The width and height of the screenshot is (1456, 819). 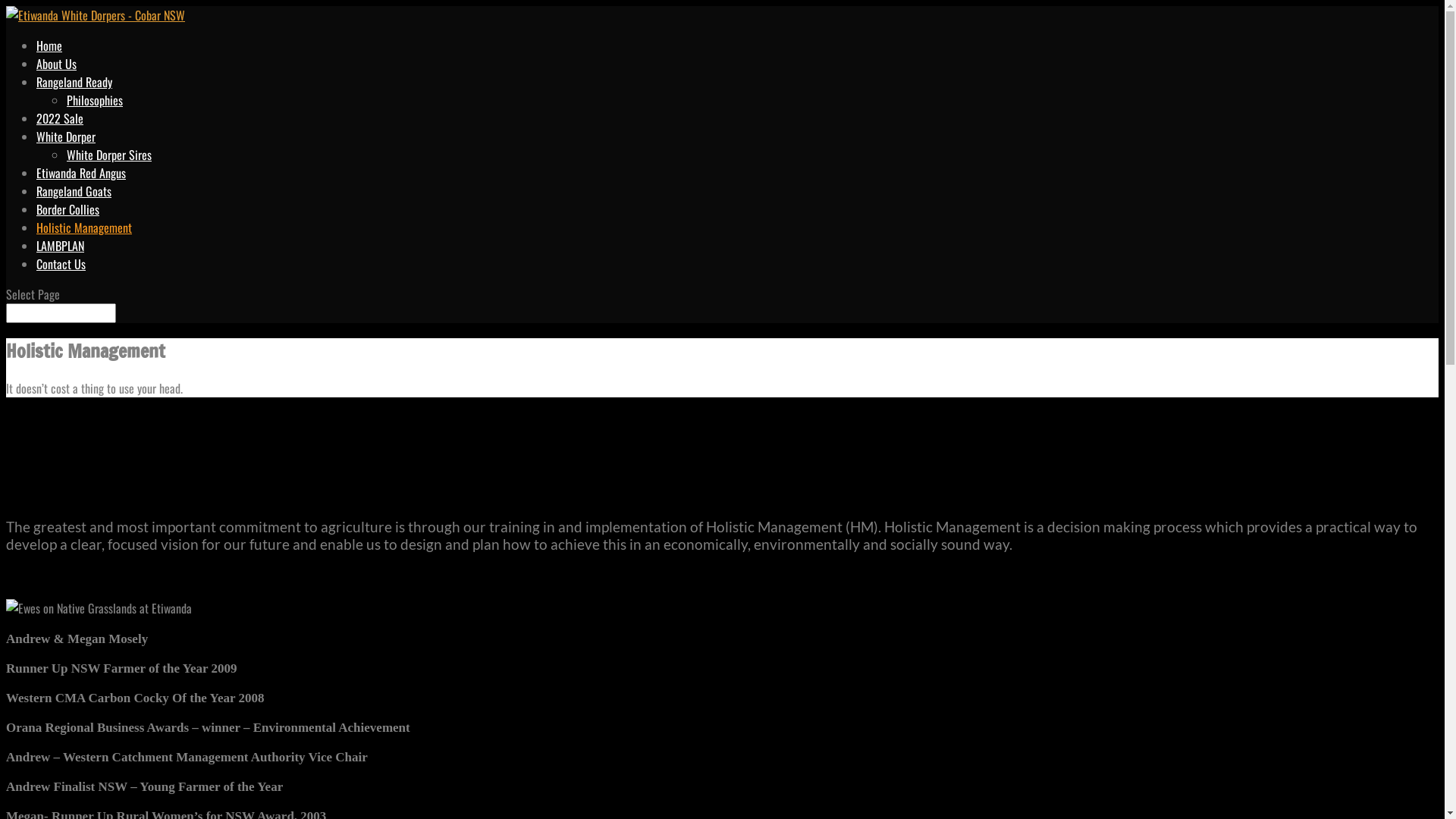 I want to click on 'About Us', so click(x=56, y=63).